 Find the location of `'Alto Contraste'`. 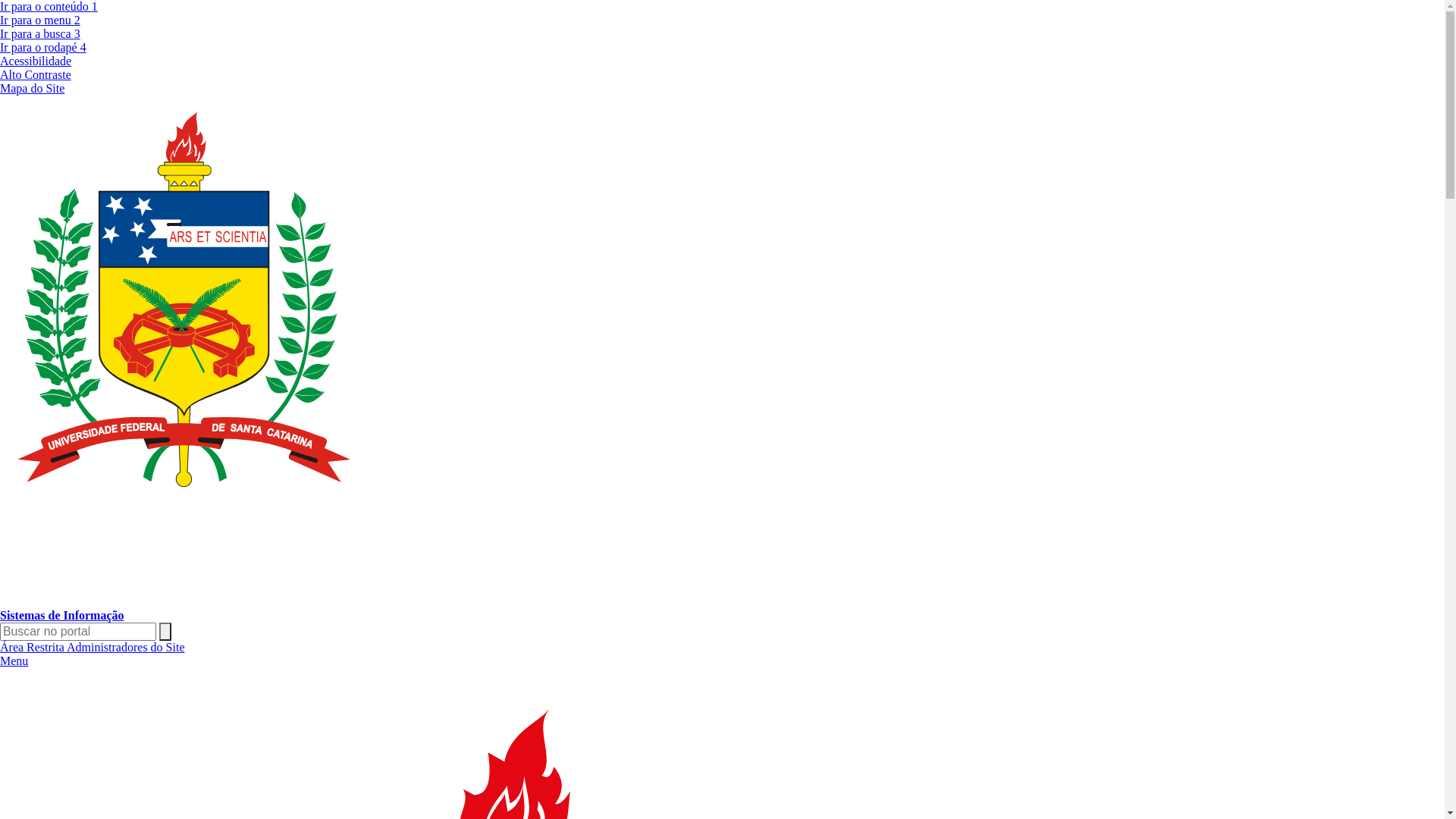

'Alto Contraste' is located at coordinates (0, 74).